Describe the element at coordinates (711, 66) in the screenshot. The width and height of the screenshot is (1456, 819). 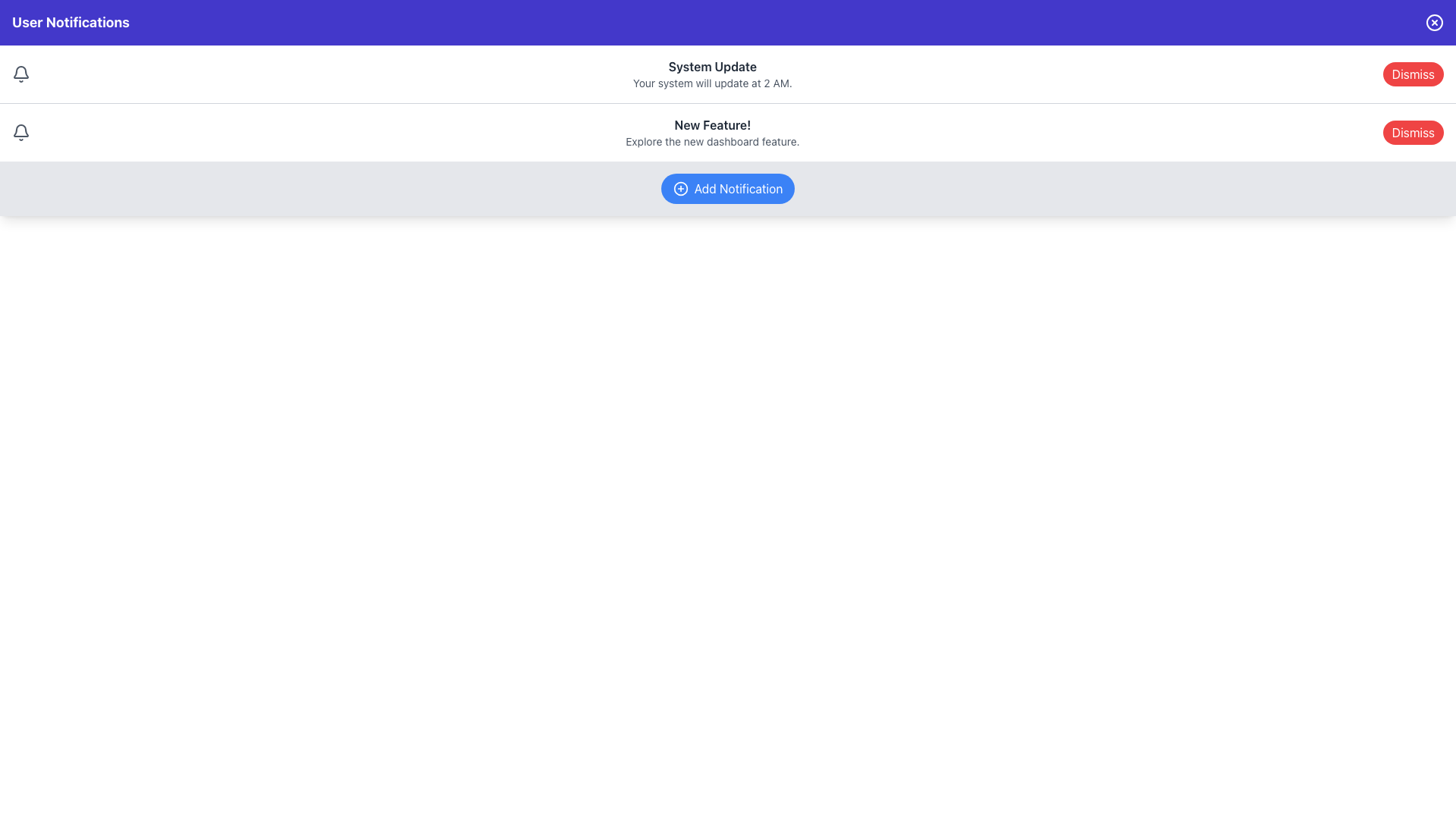
I see `text from the title or subject heading of the notification message located at the top-left part of the notification card` at that location.